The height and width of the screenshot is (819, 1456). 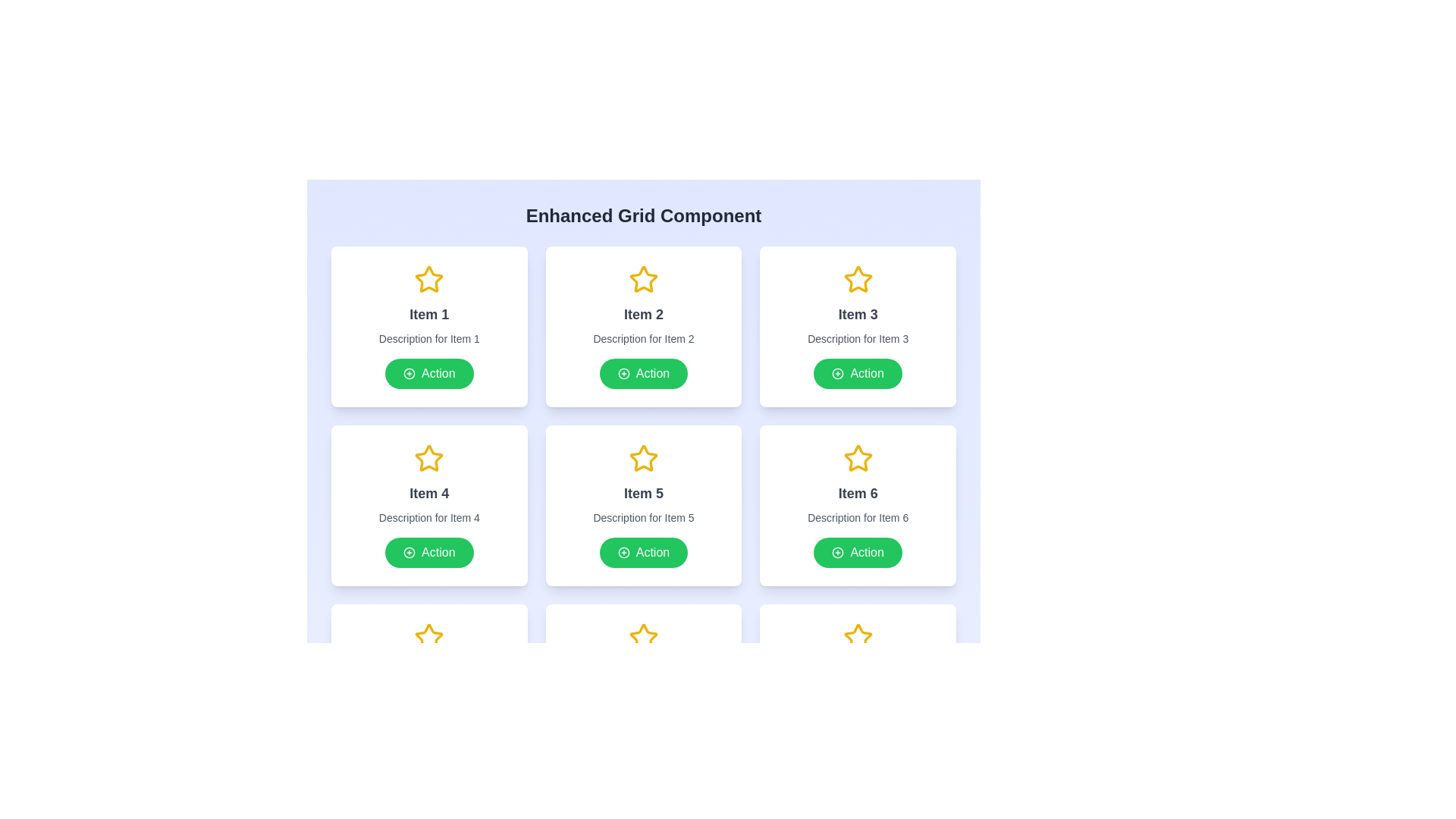 I want to click on the vibrant yellow star icon located at the top center of the card layout, above the 'Item 1' title text, so click(x=428, y=280).